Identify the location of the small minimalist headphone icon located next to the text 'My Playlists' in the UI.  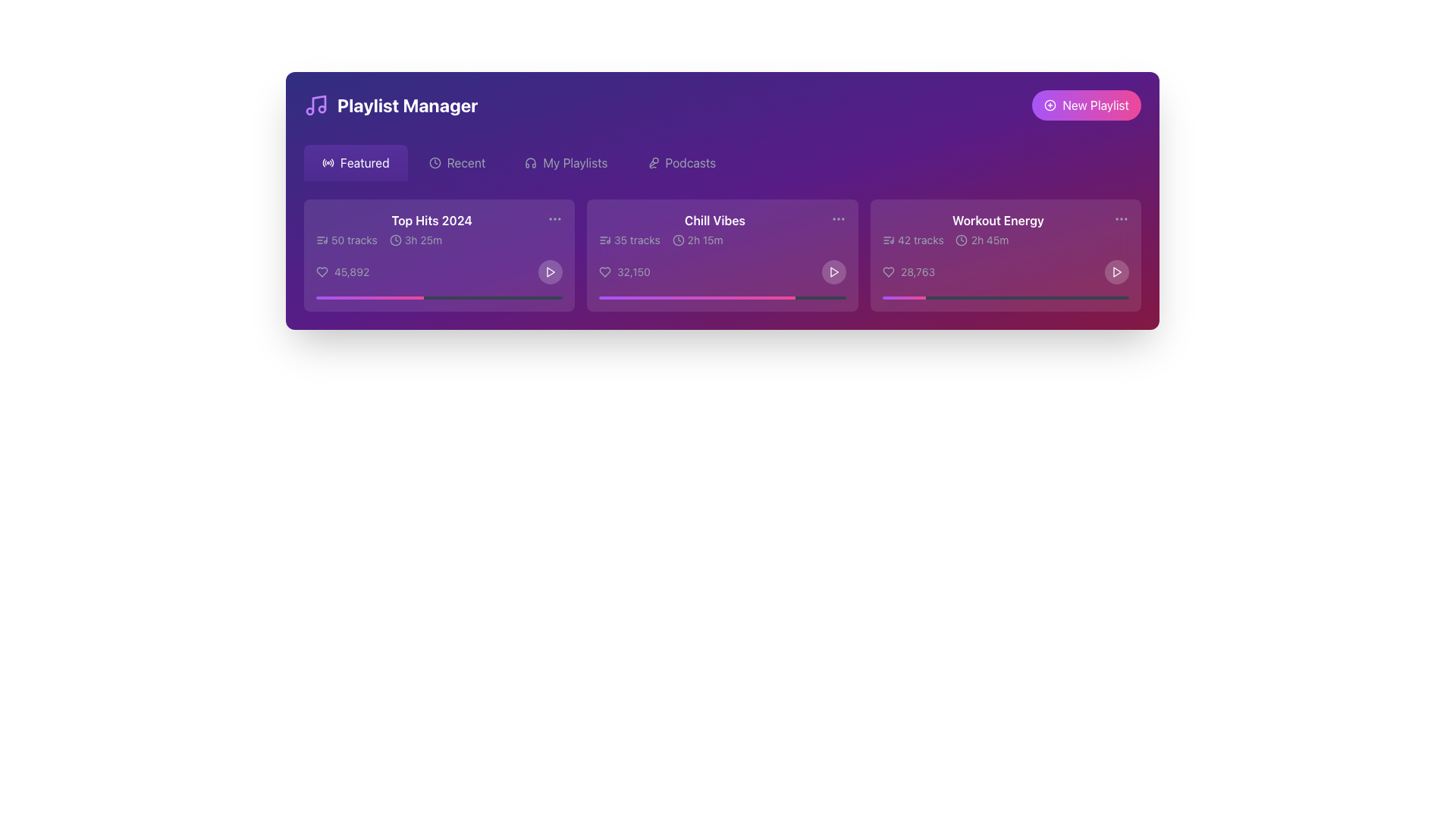
(531, 163).